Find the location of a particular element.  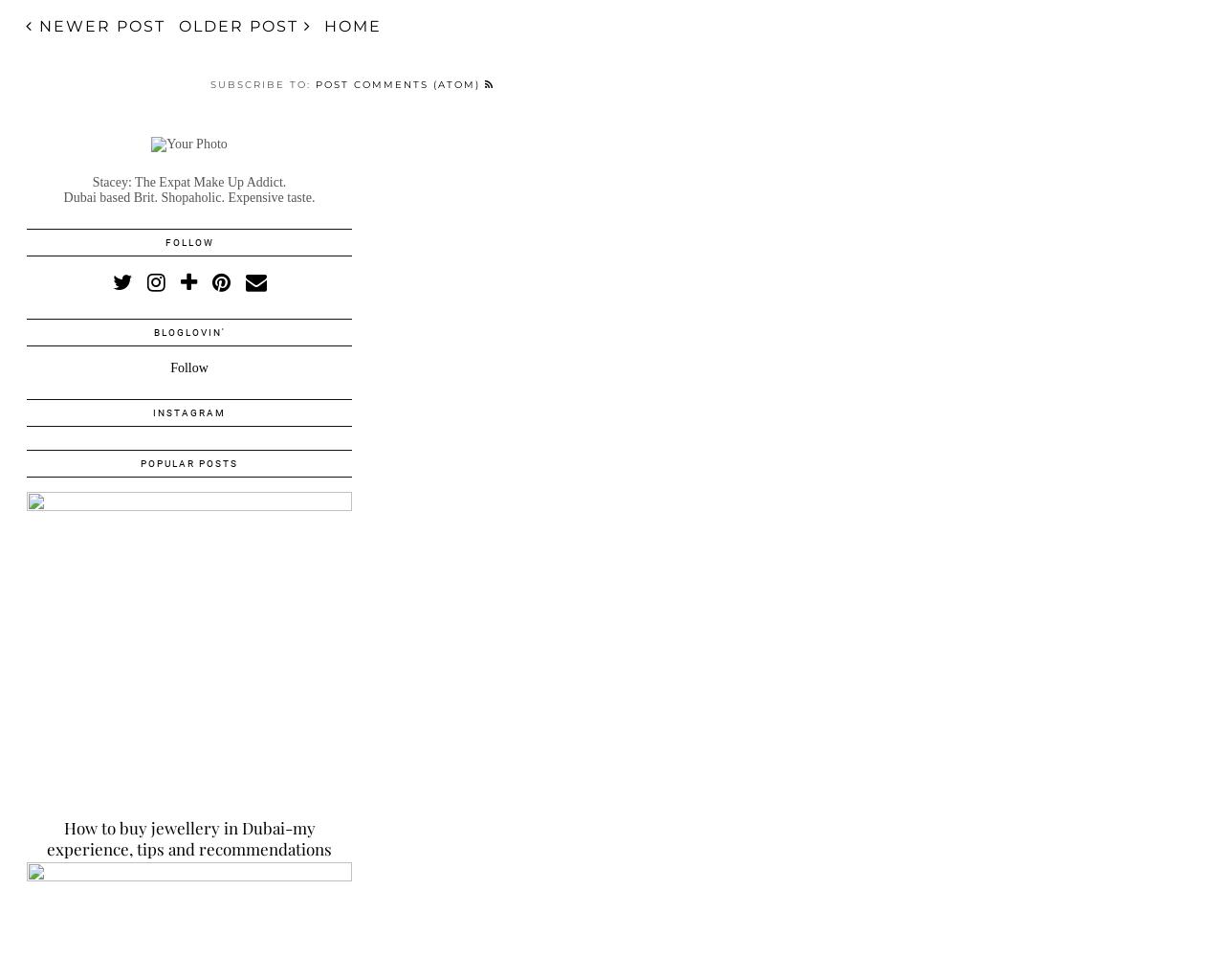

'Popular Posts' is located at coordinates (188, 462).